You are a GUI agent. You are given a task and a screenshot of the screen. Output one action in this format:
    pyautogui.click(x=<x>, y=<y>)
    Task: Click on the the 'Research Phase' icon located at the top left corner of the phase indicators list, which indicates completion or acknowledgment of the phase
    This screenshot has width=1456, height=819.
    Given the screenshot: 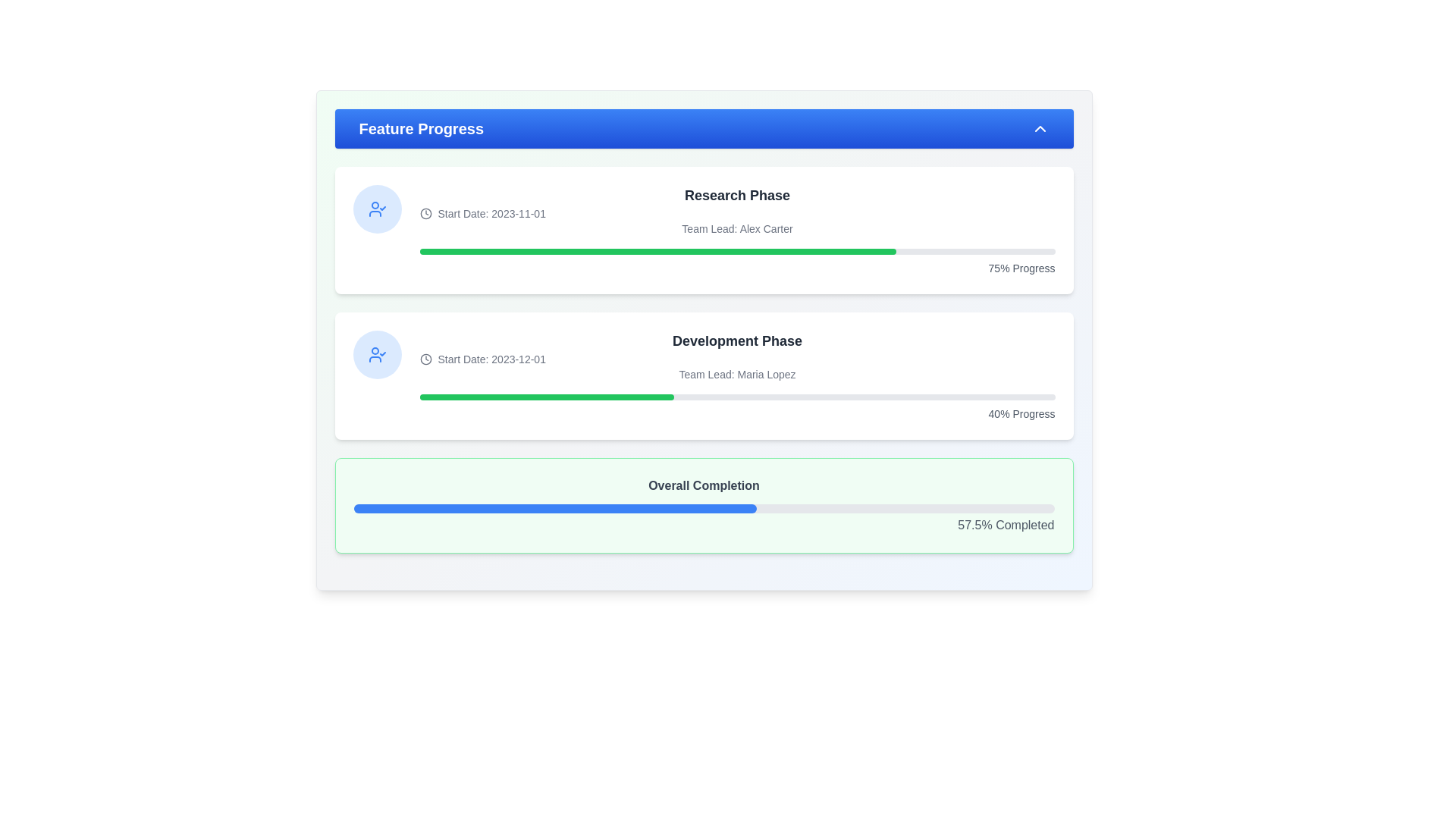 What is the action you would take?
    pyautogui.click(x=377, y=354)
    